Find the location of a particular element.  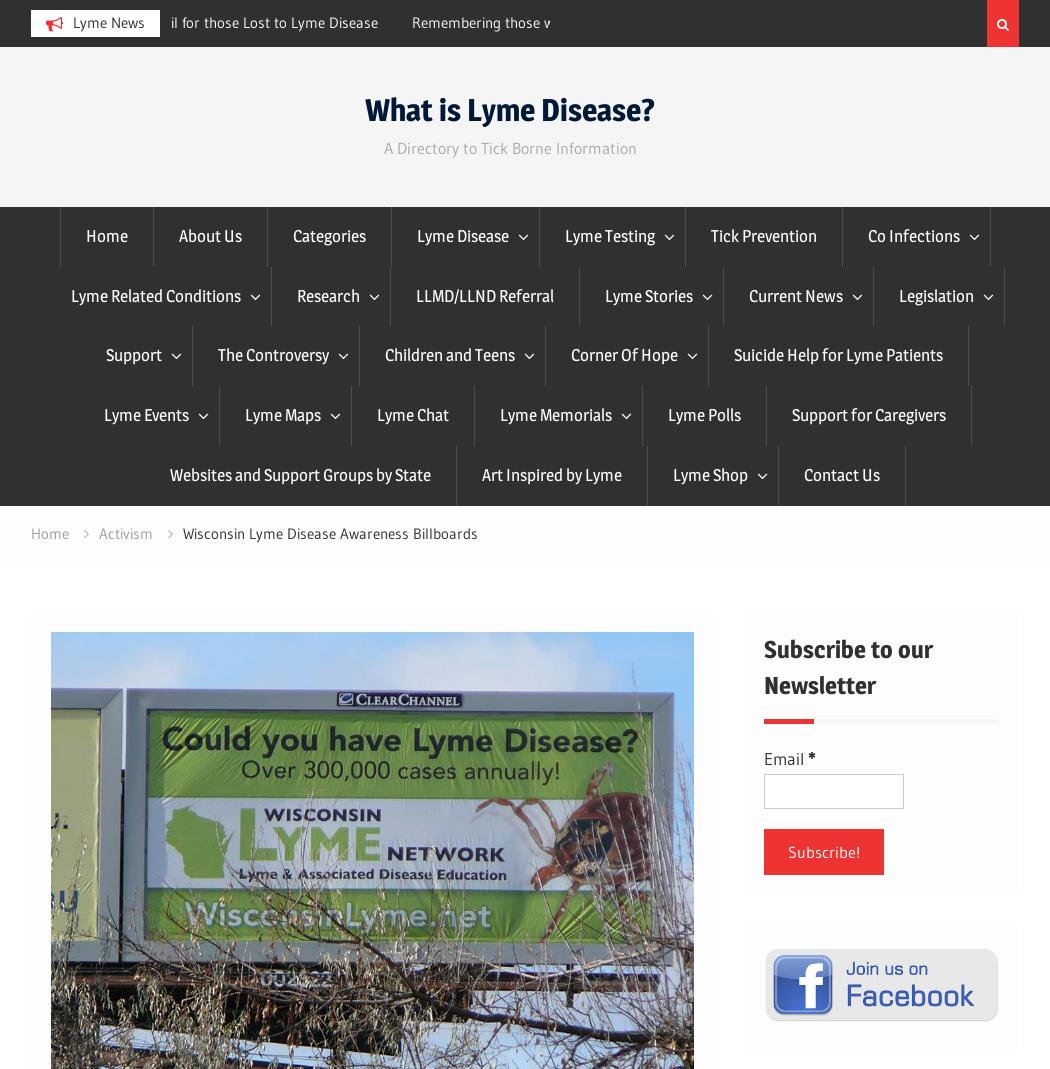

'Tick Prevention' is located at coordinates (763, 233).